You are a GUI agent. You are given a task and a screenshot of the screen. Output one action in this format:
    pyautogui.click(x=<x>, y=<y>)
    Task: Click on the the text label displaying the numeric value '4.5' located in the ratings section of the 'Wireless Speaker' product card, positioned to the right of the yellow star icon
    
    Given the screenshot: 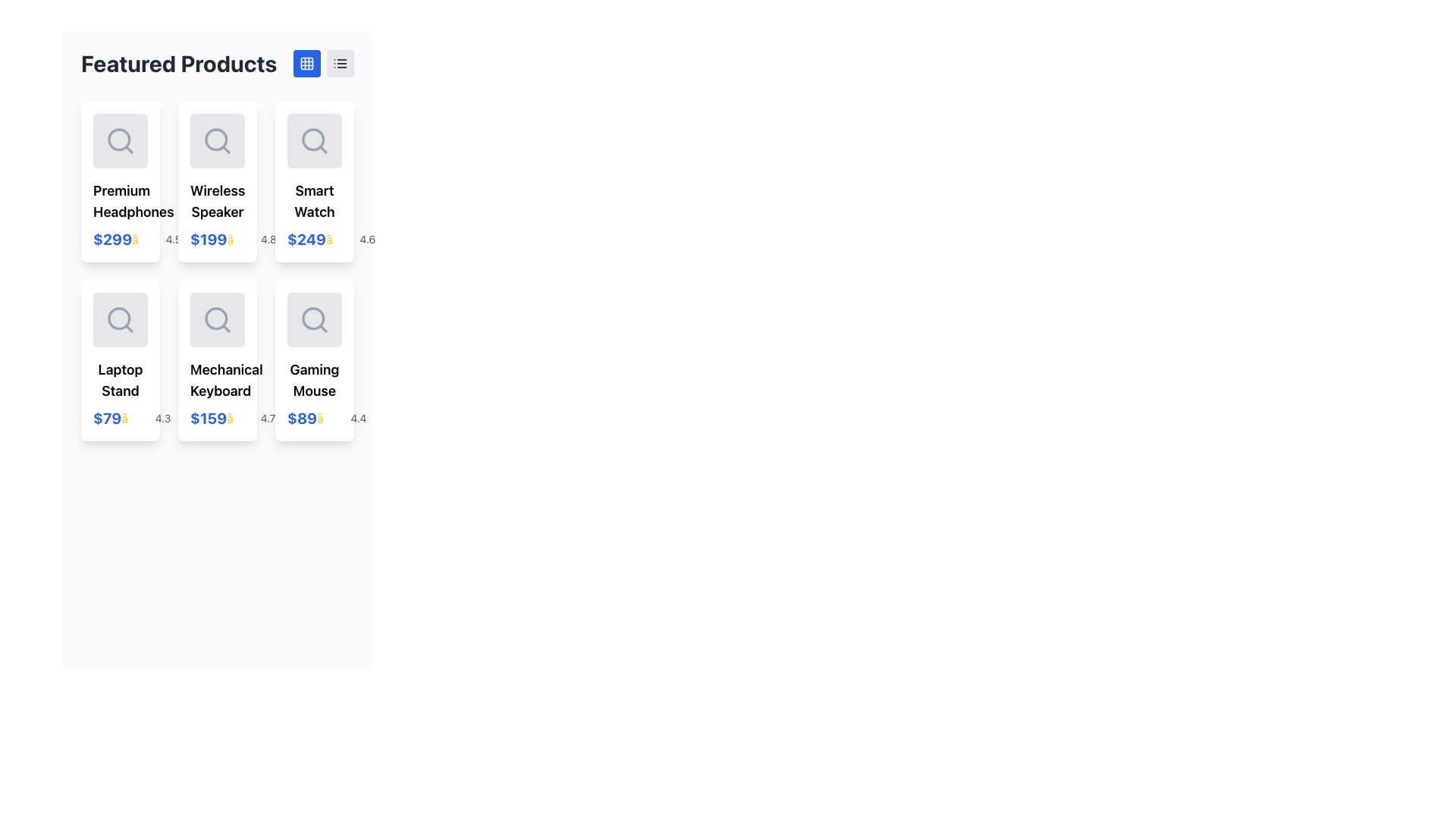 What is the action you would take?
    pyautogui.click(x=174, y=239)
    